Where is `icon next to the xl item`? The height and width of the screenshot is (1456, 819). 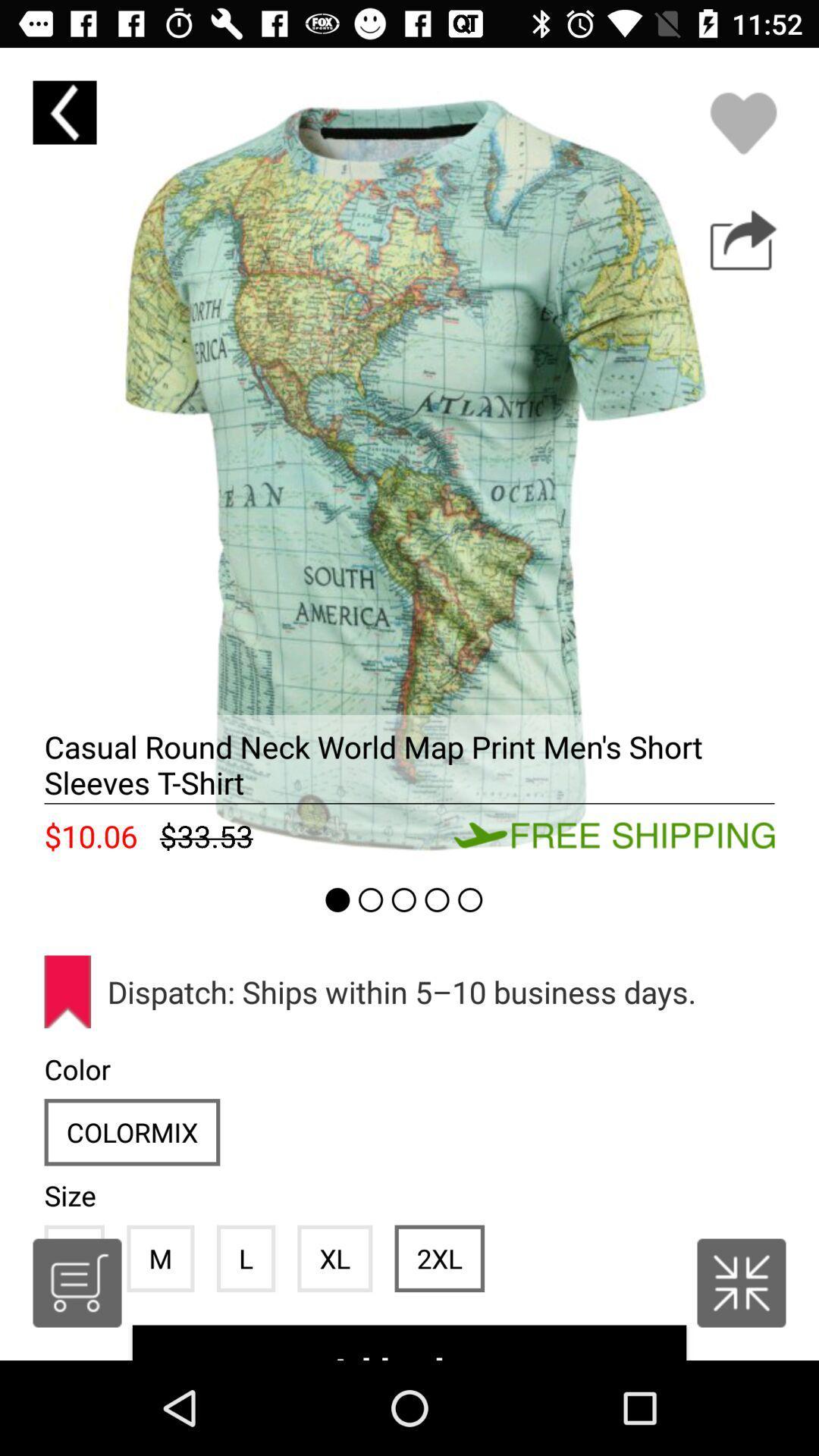
icon next to the xl item is located at coordinates (439, 1258).